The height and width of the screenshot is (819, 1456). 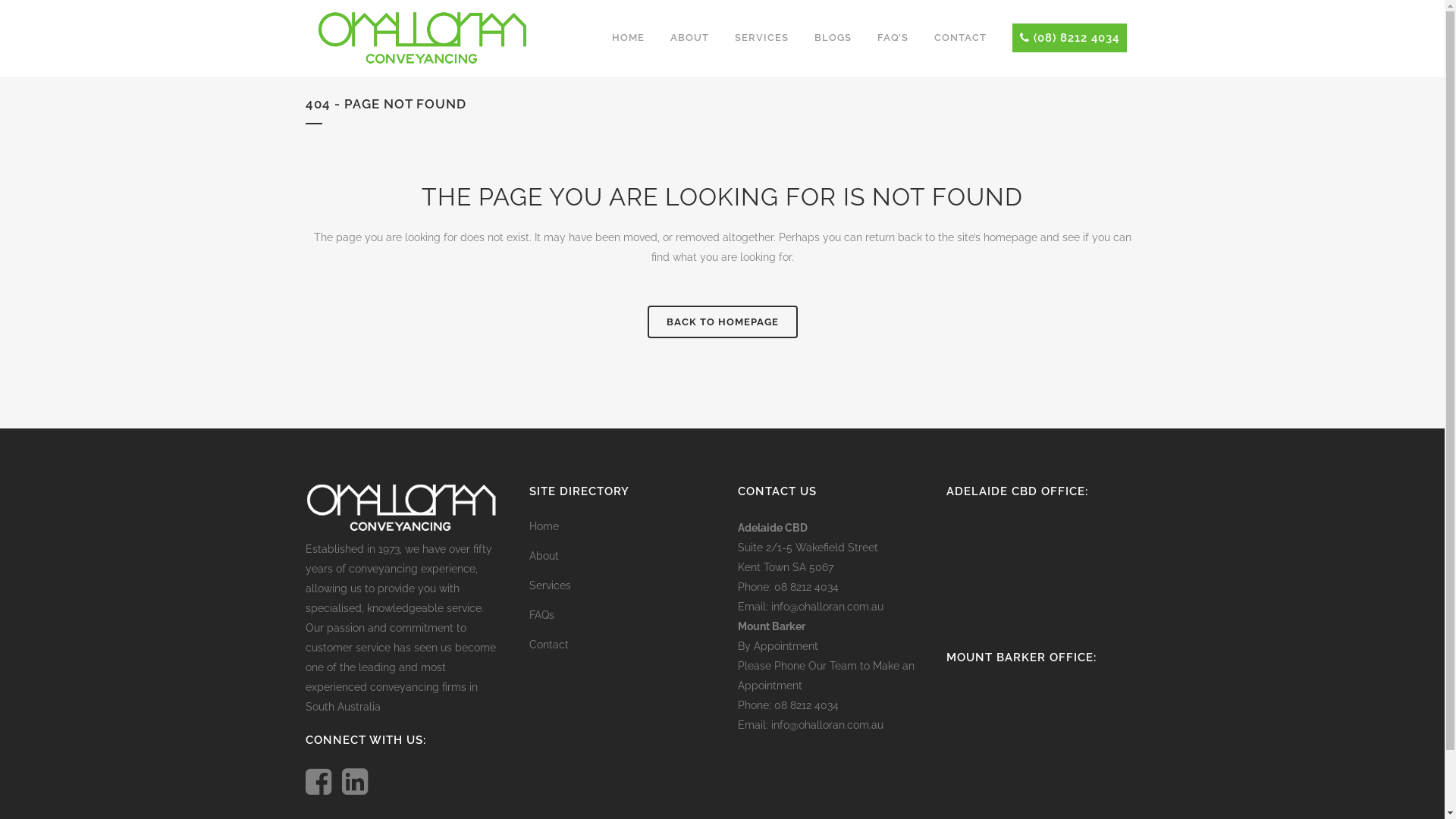 I want to click on 'SERVICES', so click(x=761, y=37).